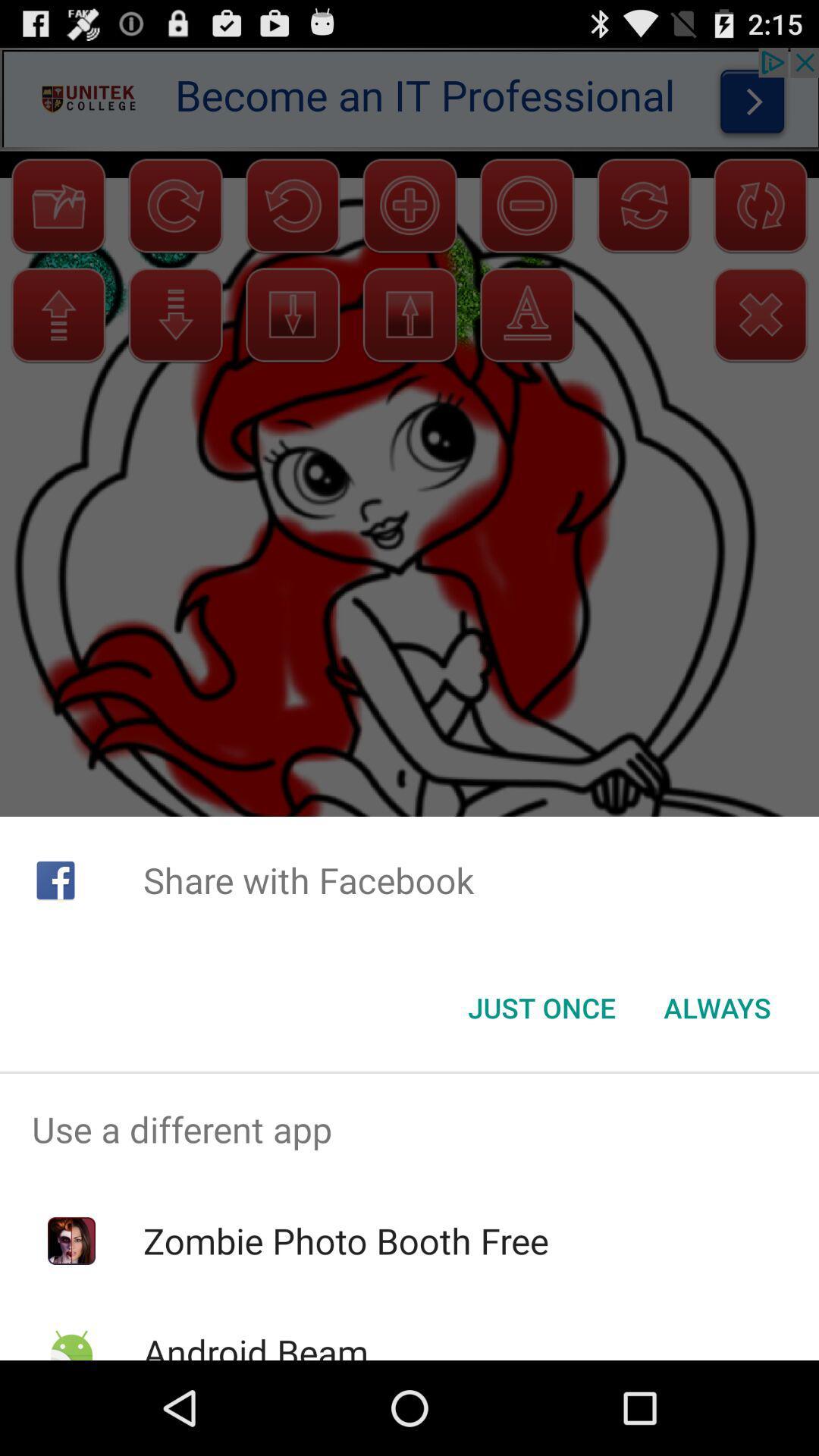 The width and height of the screenshot is (819, 1456). Describe the element at coordinates (346, 1241) in the screenshot. I see `the zombie photo booth icon` at that location.